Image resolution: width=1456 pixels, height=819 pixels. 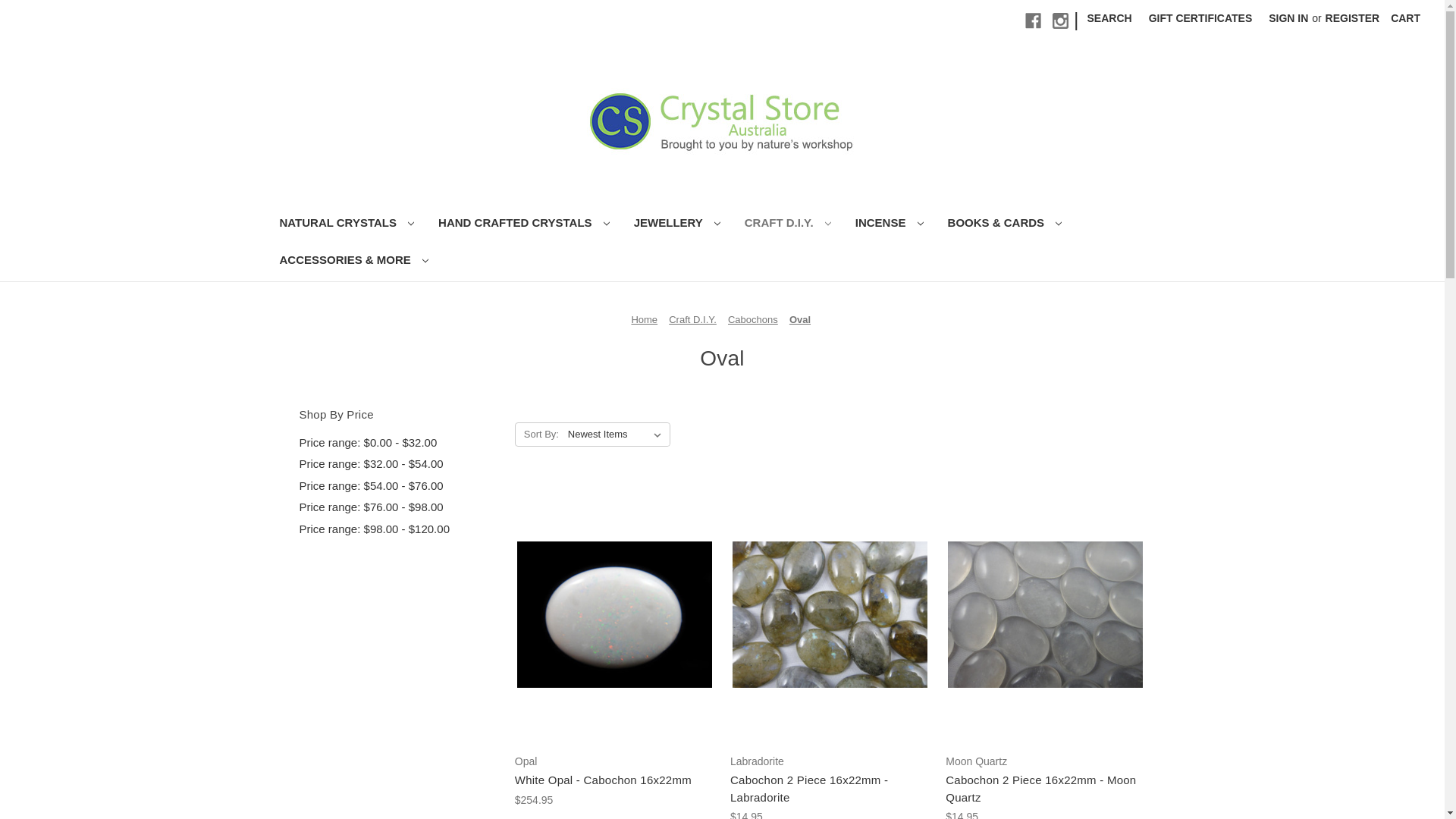 What do you see at coordinates (721, 119) in the screenshot?
I see `'The Crystal Store'` at bounding box center [721, 119].